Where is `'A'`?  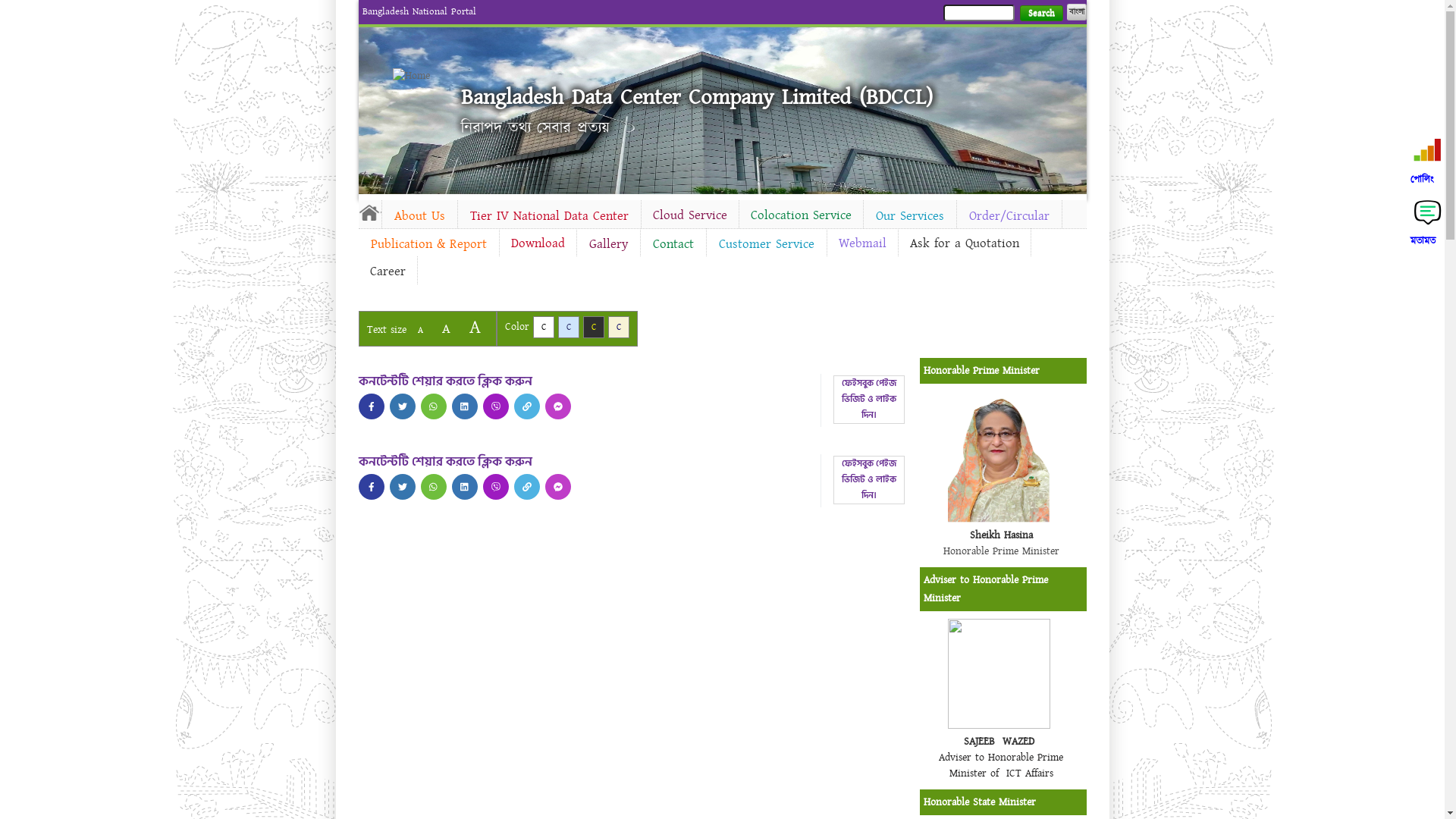
'A' is located at coordinates (444, 328).